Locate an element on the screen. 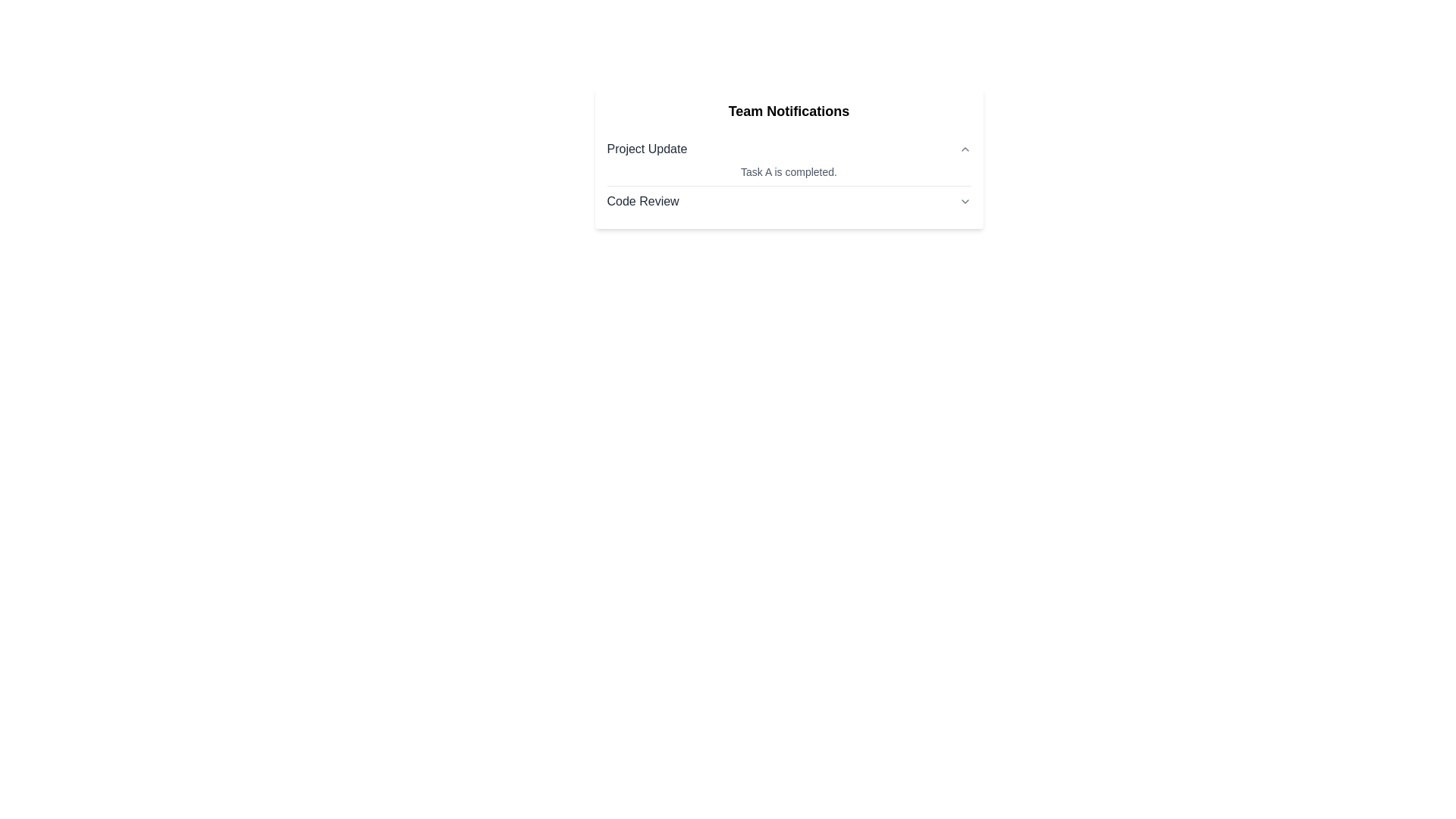  the 'Code Review' label, which is styled with medium font weight and dark gray color, positioned on the left side within a notification or task section is located at coordinates (643, 201).